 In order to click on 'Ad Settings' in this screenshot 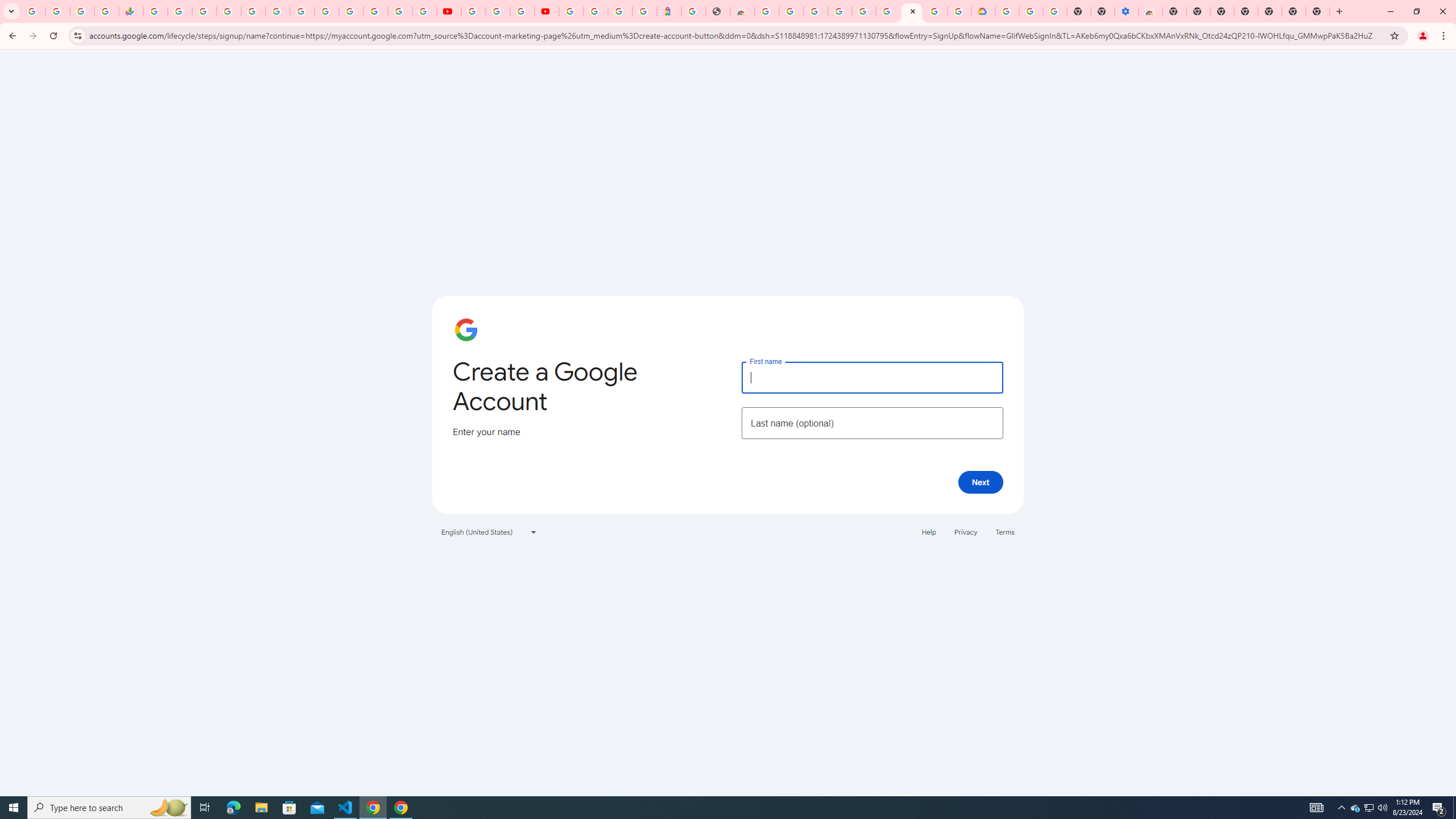, I will do `click(814, 11)`.